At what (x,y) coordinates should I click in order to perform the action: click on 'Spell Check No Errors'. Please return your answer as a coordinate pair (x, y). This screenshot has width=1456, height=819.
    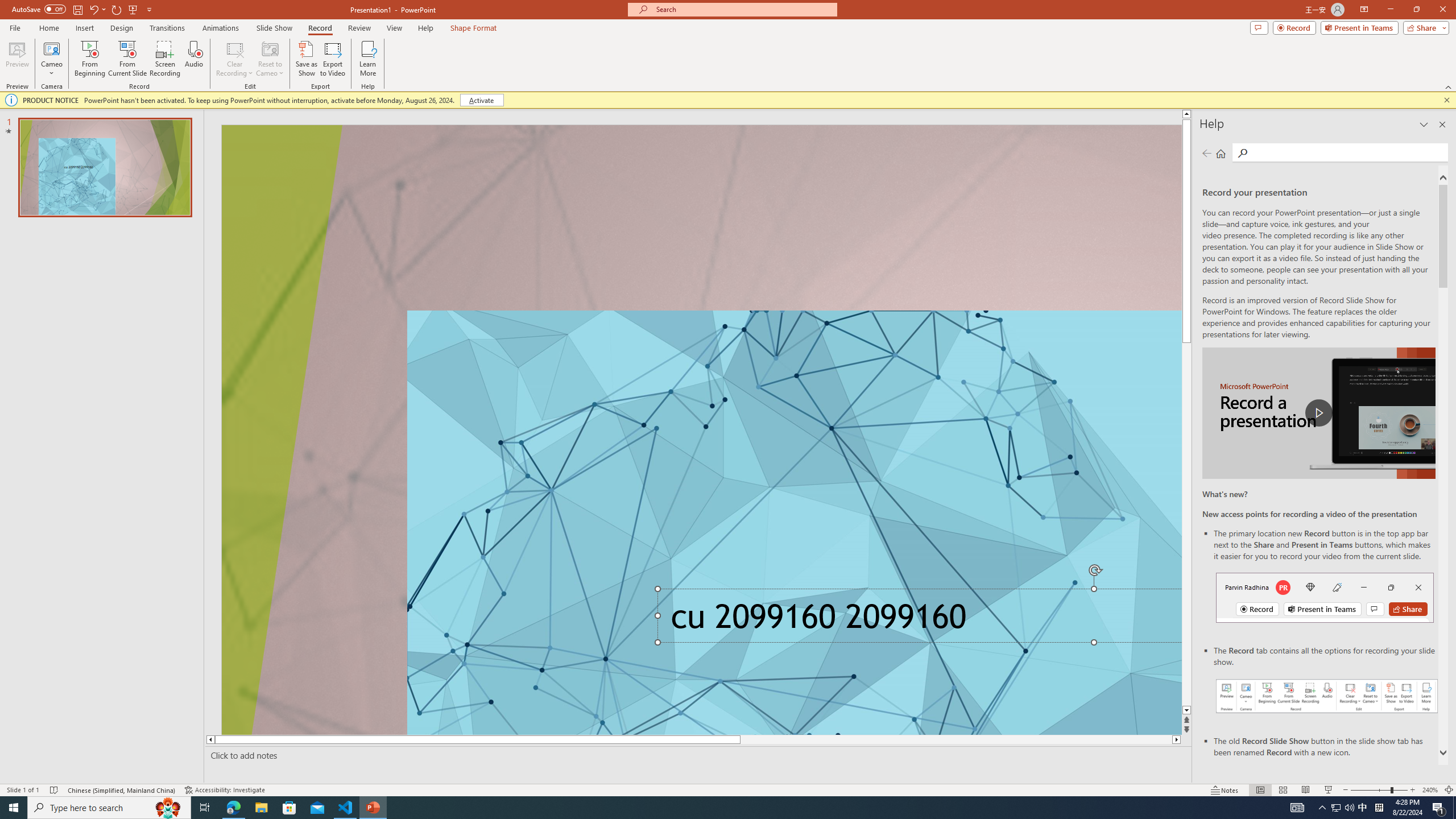
    Looking at the image, I should click on (54, 790).